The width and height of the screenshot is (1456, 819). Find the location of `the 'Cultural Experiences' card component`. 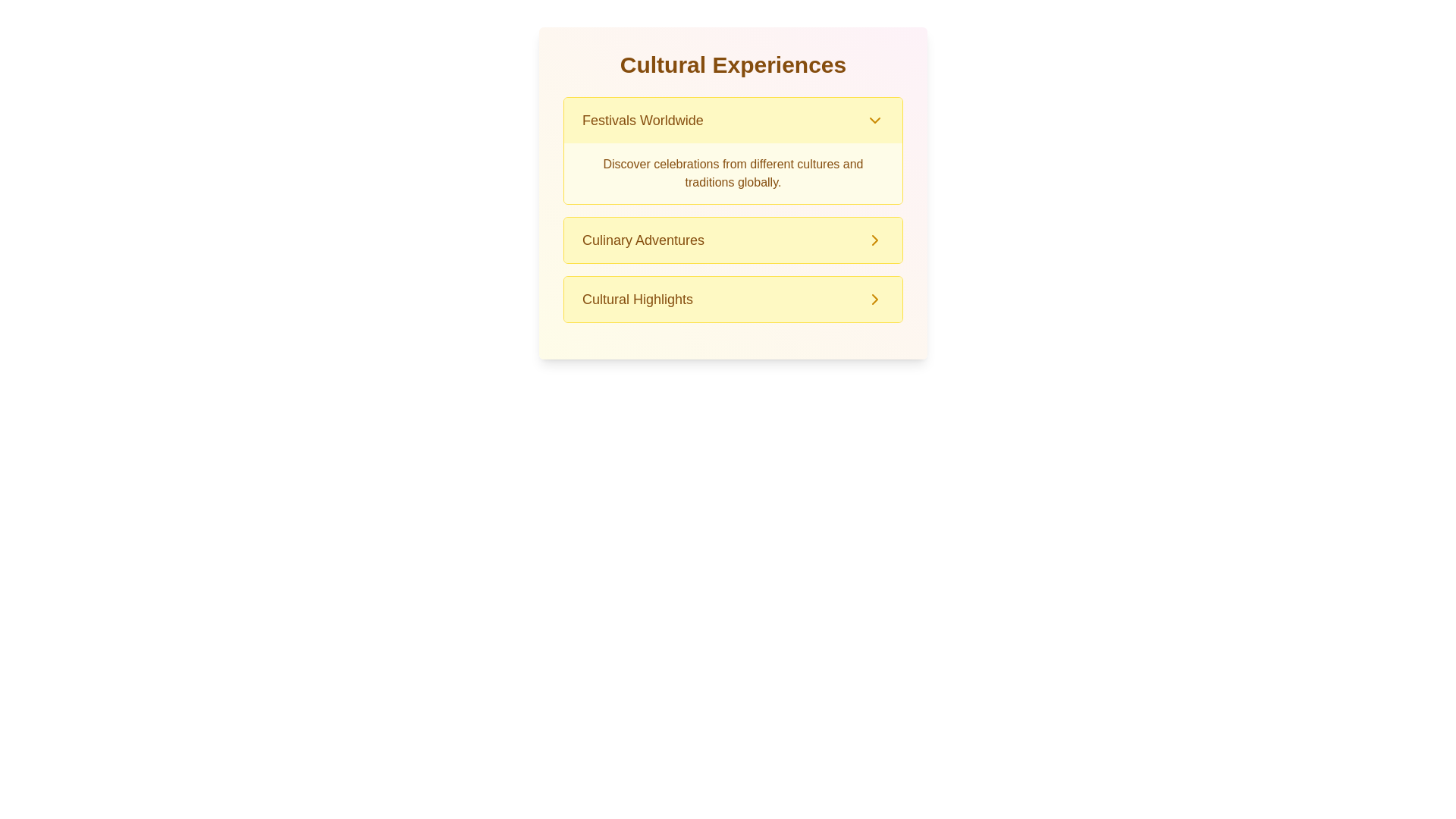

the 'Cultural Experiences' card component is located at coordinates (733, 192).